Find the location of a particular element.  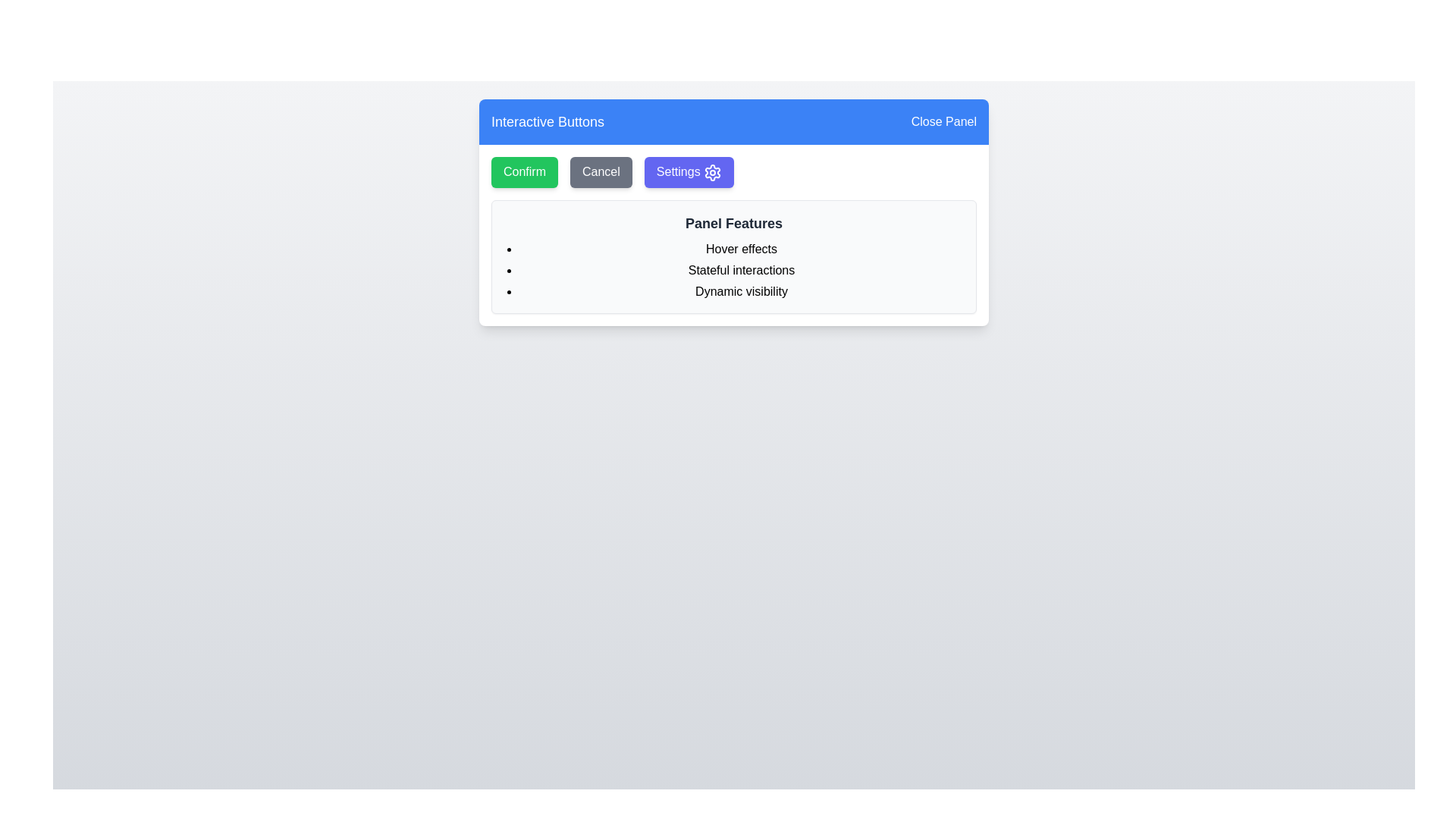

the Display Panel, which is a rectangular box with a white background, rounded corners, and contains textual instructions and a prominent heading, positioned beneath a blue header and above a gray background is located at coordinates (734, 212).